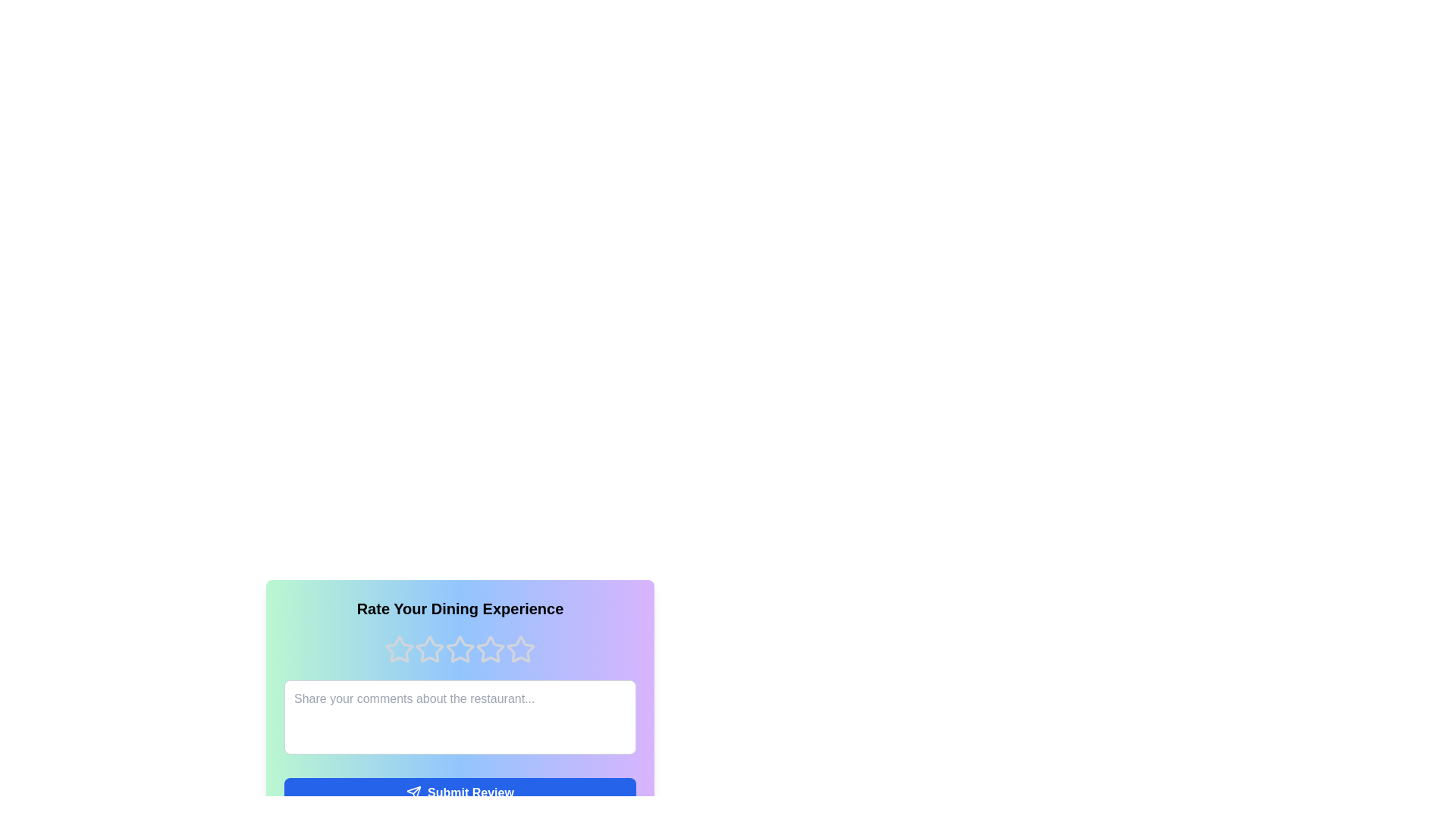  What do you see at coordinates (459, 648) in the screenshot?
I see `the star-based rating input element located below the title 'Rate Your Dining Experience' for keyboard interactions` at bounding box center [459, 648].